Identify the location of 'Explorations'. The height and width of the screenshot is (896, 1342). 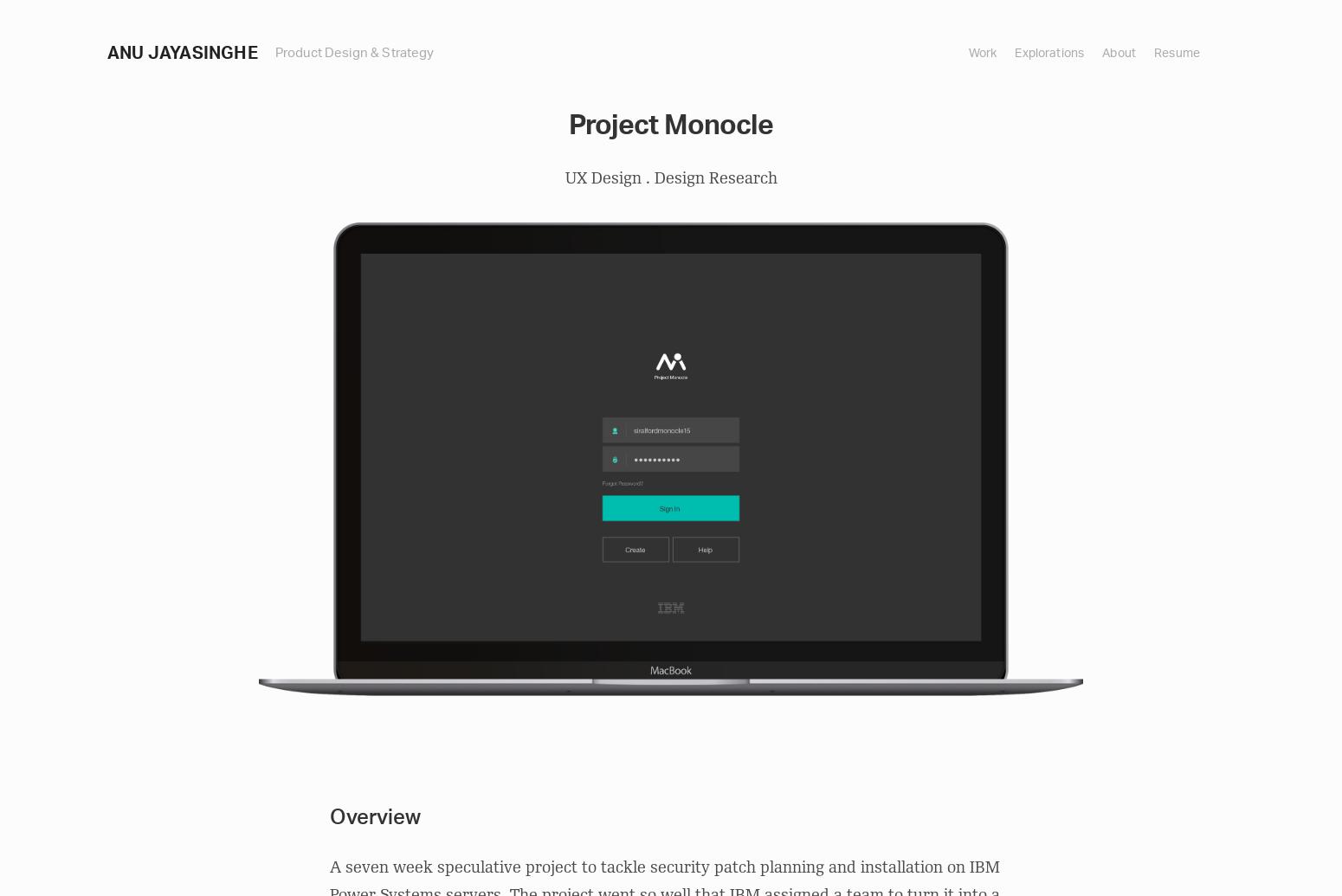
(1014, 52).